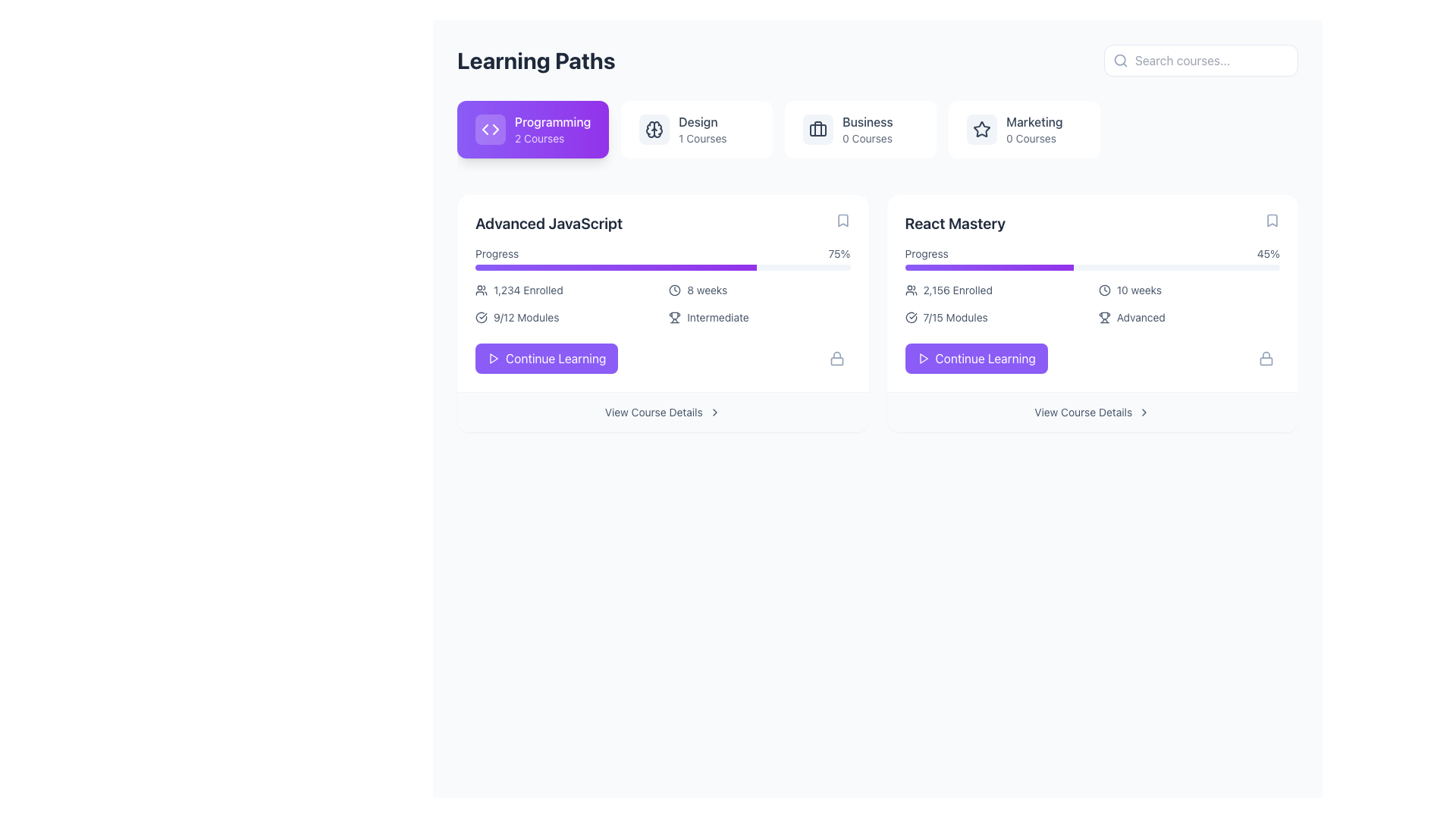 This screenshot has width=1456, height=819. I want to click on the SVG graphical icon representing the 'Design' course category, located at the upper-left area of the 'Design' course card, so click(654, 128).